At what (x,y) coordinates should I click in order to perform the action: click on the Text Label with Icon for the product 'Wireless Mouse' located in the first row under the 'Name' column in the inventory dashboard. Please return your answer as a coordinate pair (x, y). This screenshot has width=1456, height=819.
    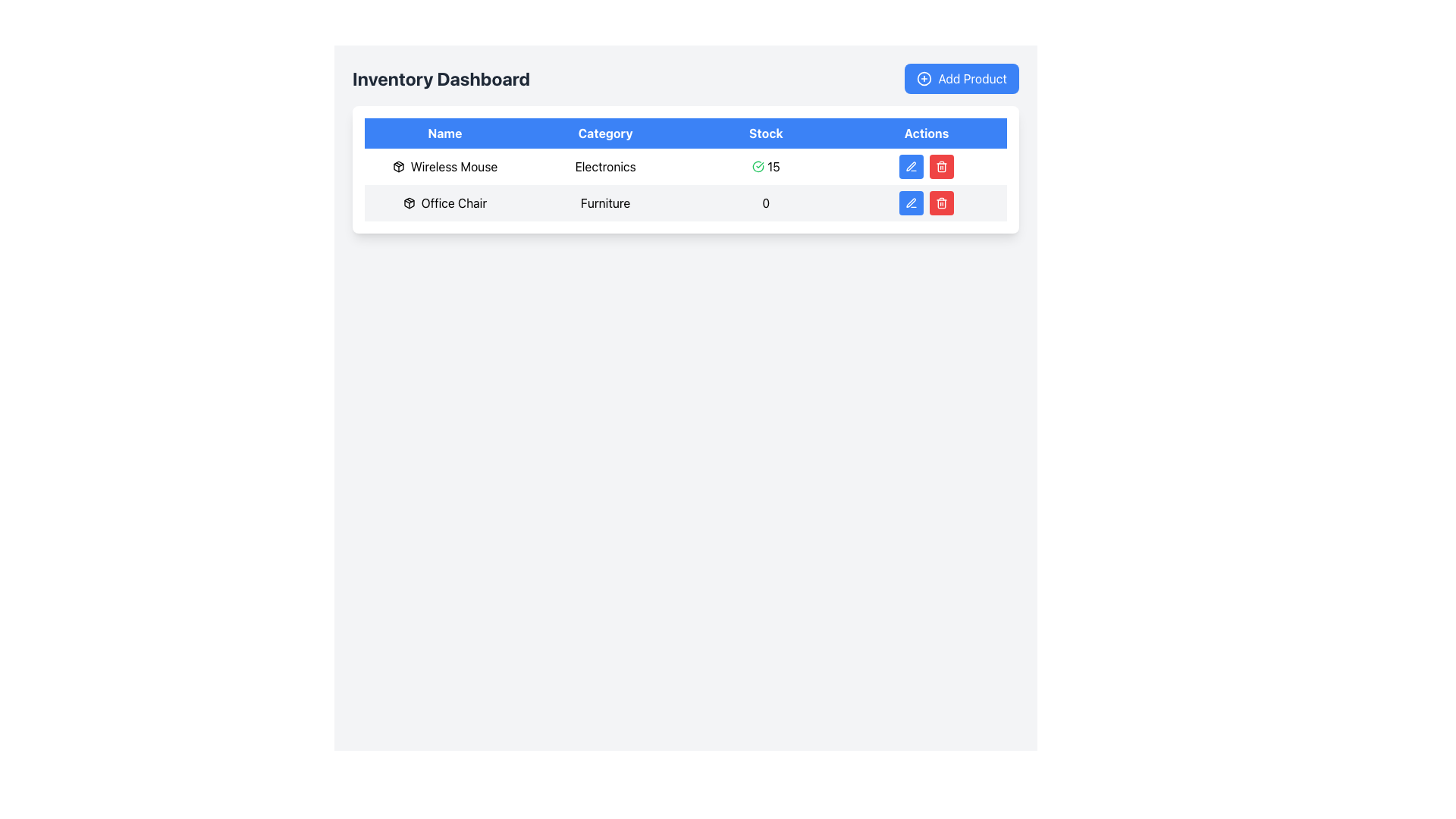
    Looking at the image, I should click on (444, 166).